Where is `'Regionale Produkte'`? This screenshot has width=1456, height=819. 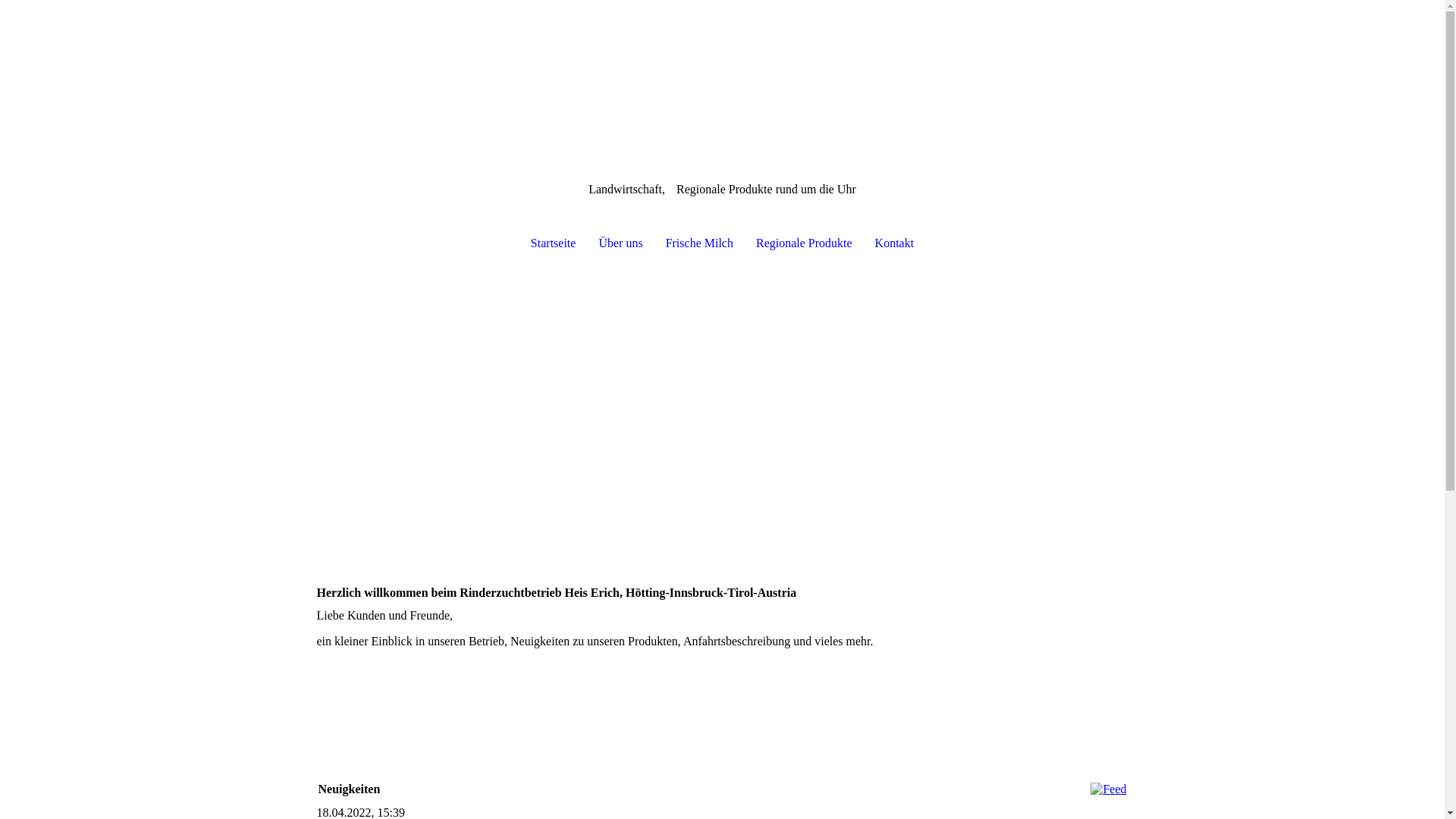
'Regionale Produkte' is located at coordinates (745, 242).